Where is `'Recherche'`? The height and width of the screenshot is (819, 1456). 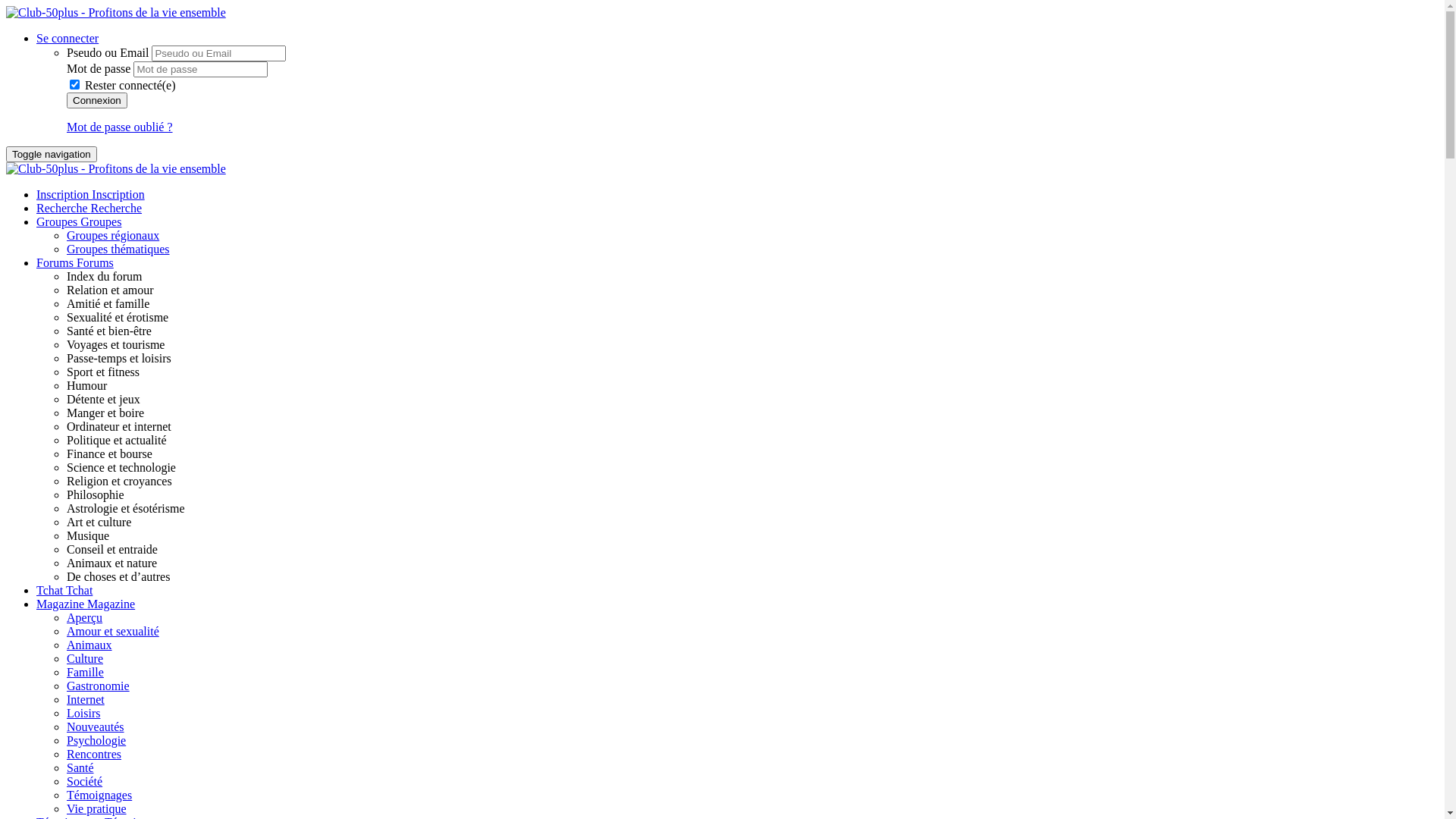
'Recherche' is located at coordinates (115, 208).